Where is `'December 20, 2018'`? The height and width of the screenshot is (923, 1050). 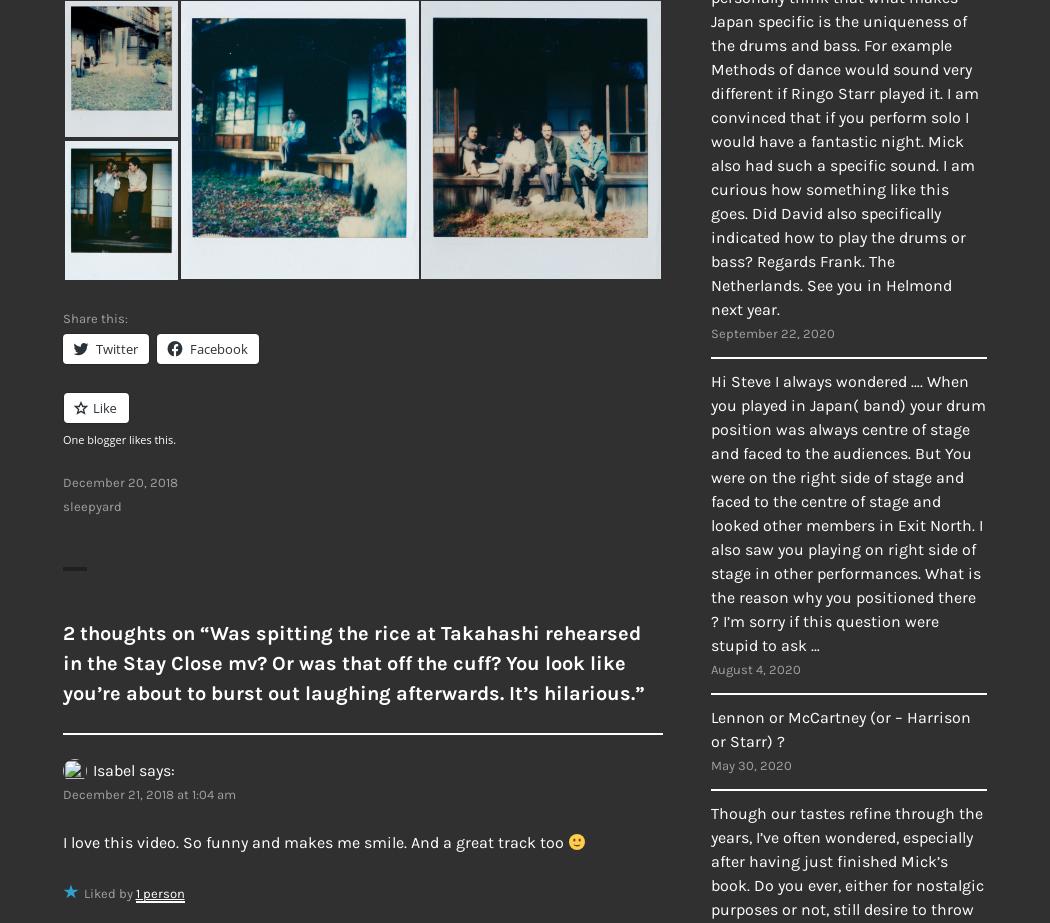
'December 20, 2018' is located at coordinates (119, 481).